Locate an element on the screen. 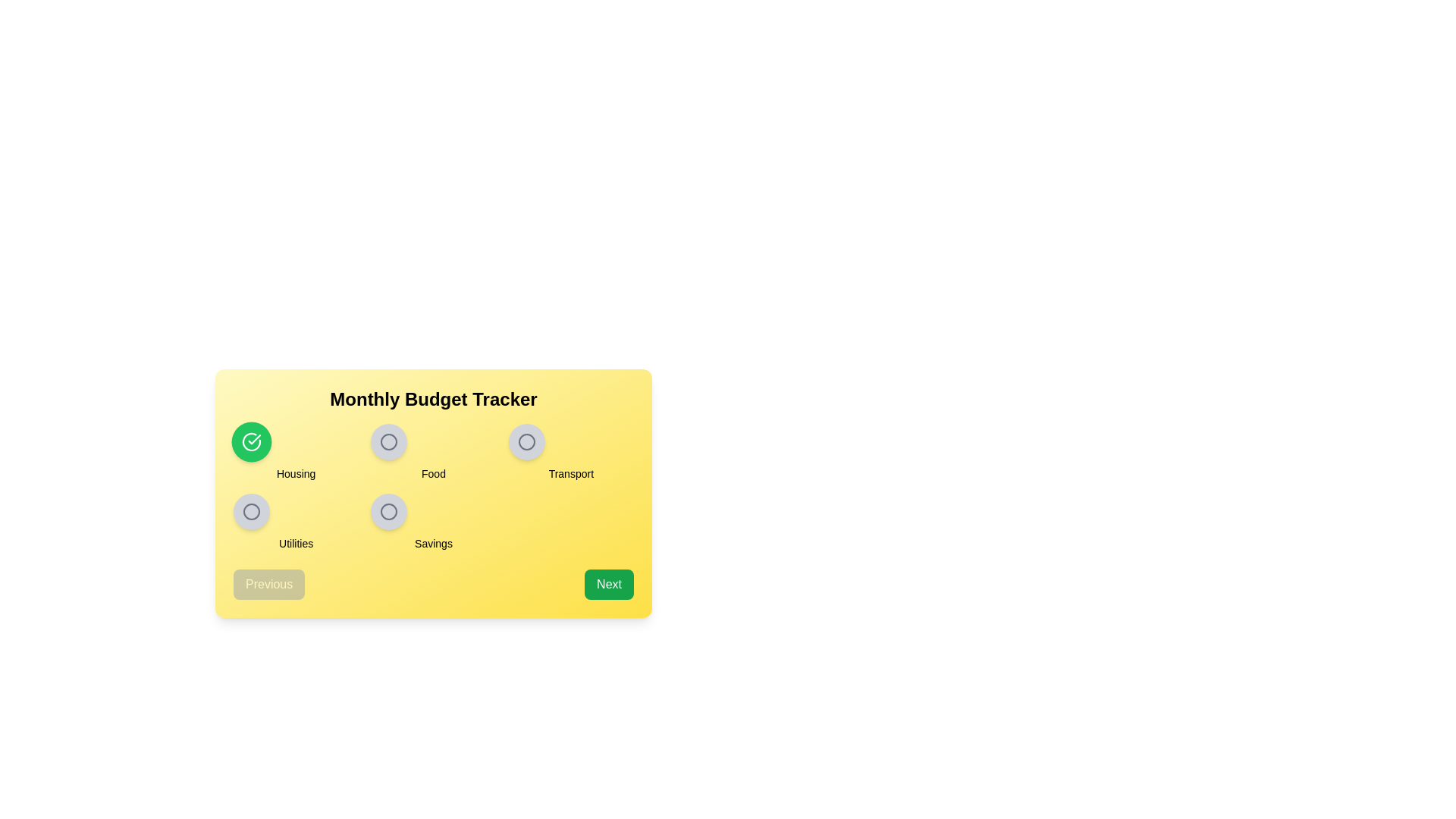 The width and height of the screenshot is (1456, 819). the 'Housing' text label located in the bottom half of the 'Monthly Budget Tracker' card is located at coordinates (296, 472).